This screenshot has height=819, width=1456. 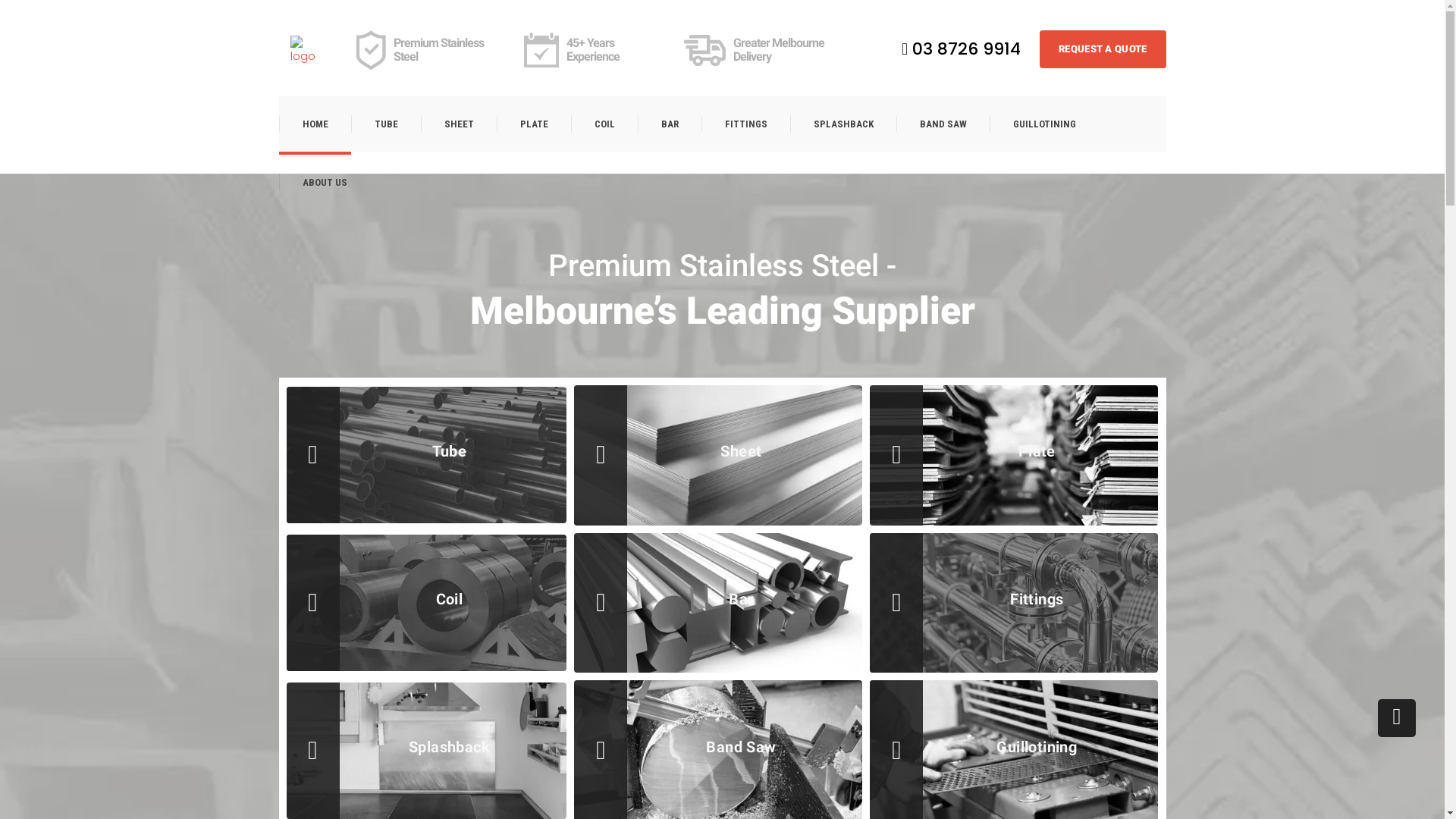 What do you see at coordinates (907, 745) in the screenshot?
I see `'Guillotining'` at bounding box center [907, 745].